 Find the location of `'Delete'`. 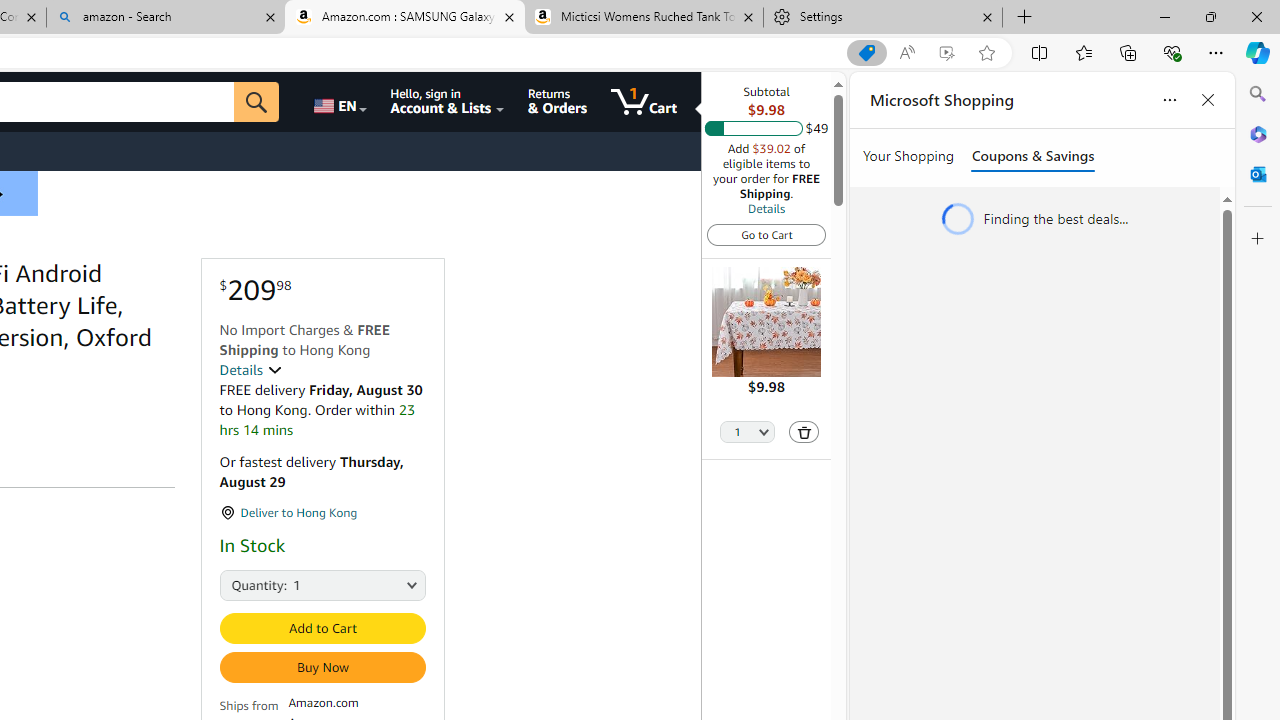

'Delete' is located at coordinates (804, 431).